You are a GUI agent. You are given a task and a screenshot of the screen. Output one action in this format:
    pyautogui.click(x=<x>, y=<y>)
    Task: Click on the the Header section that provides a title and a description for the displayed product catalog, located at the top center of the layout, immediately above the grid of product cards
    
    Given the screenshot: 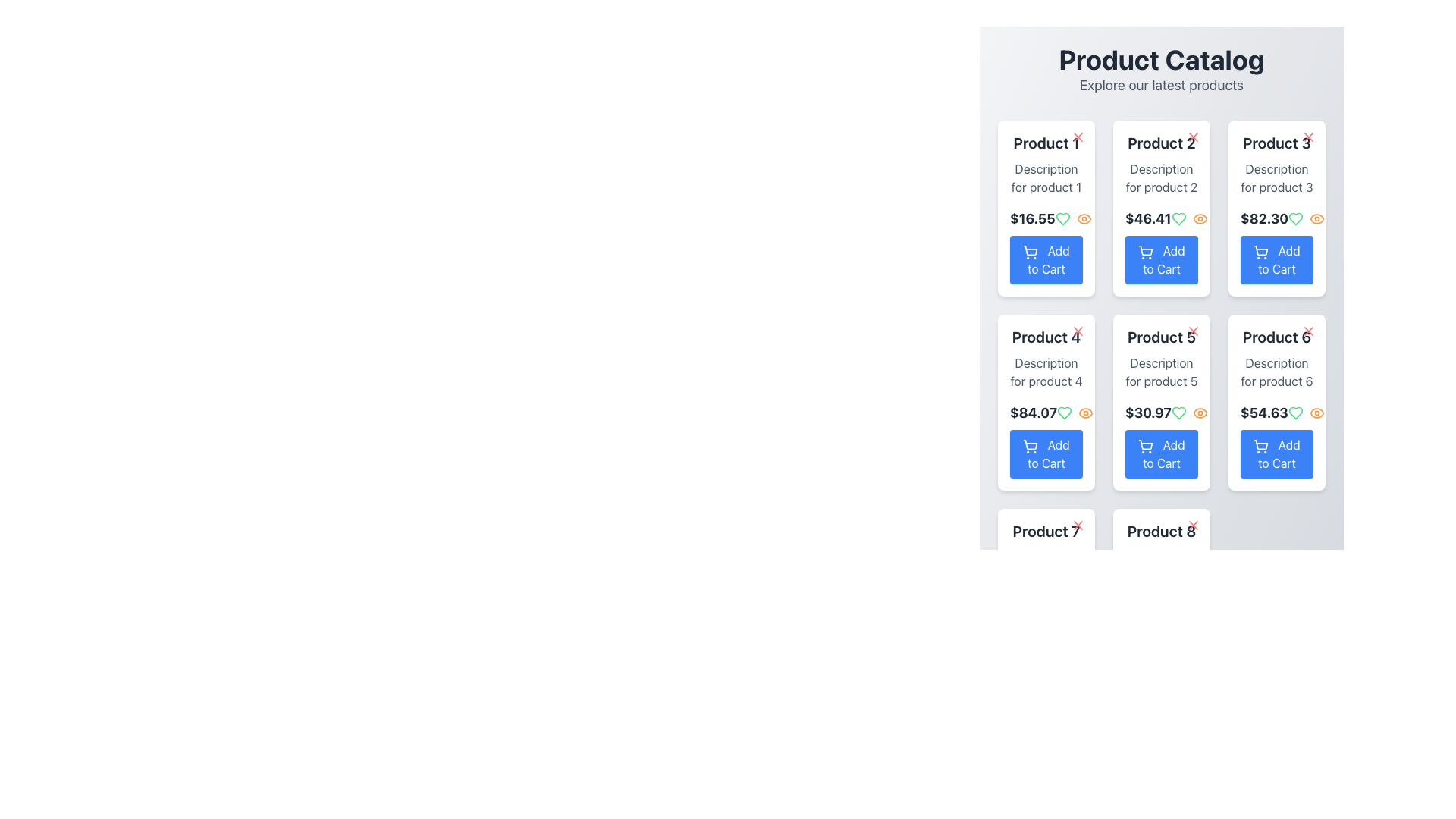 What is the action you would take?
    pyautogui.click(x=1160, y=70)
    